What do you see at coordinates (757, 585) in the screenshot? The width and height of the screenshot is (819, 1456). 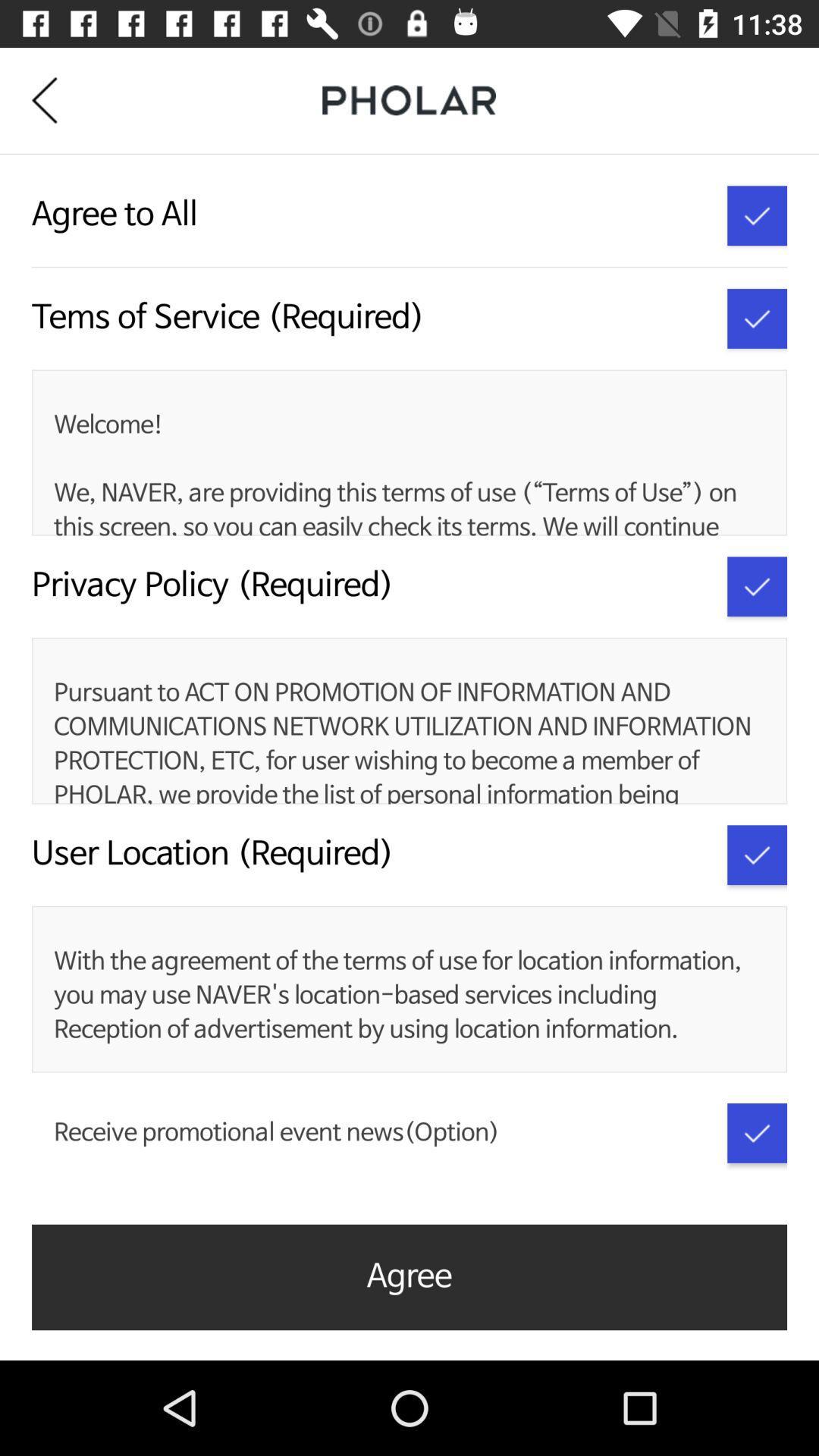 I see `the box` at bounding box center [757, 585].